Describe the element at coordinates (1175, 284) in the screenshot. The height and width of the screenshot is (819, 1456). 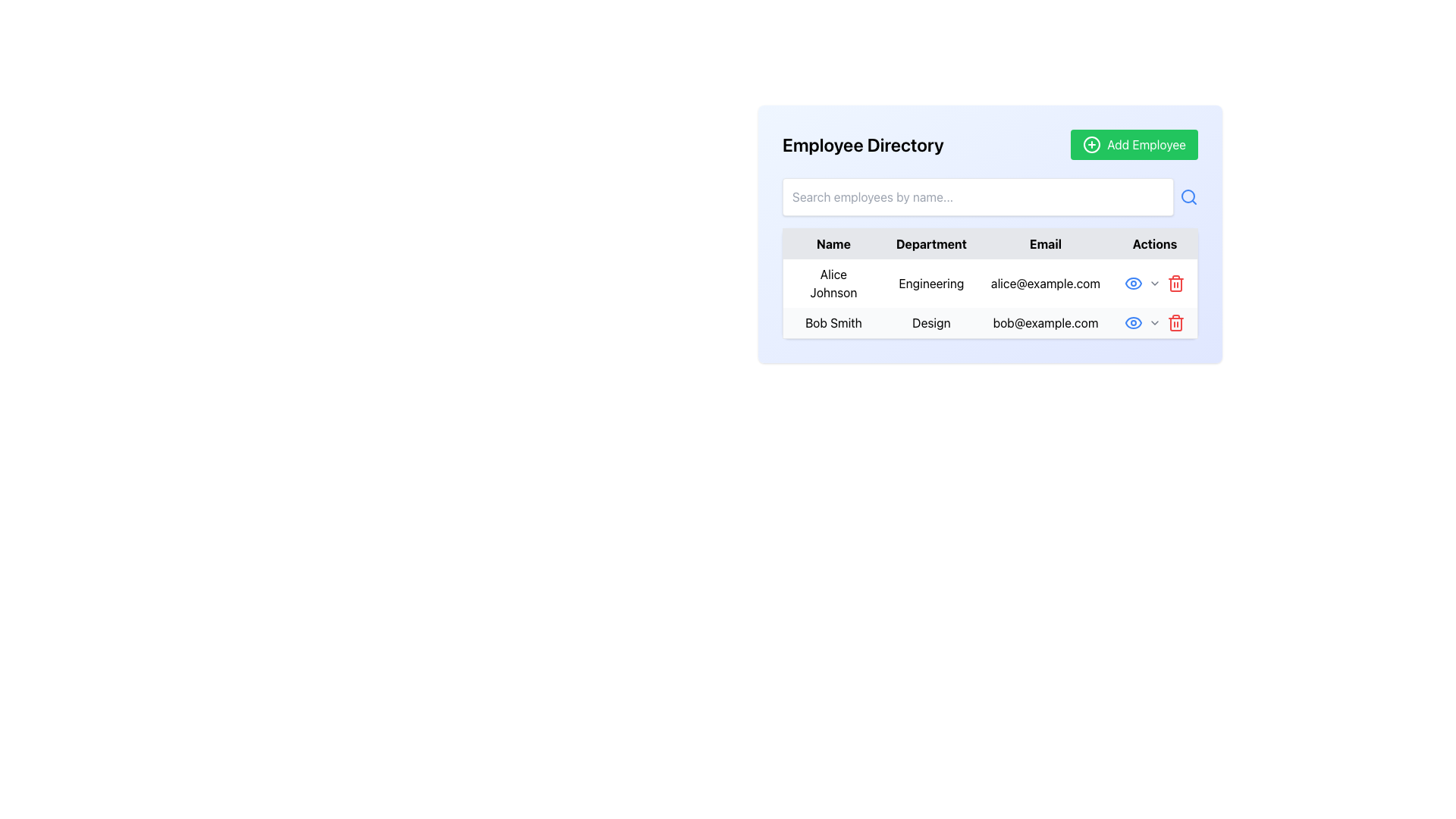
I see `the red-colored trash can icon` at that location.